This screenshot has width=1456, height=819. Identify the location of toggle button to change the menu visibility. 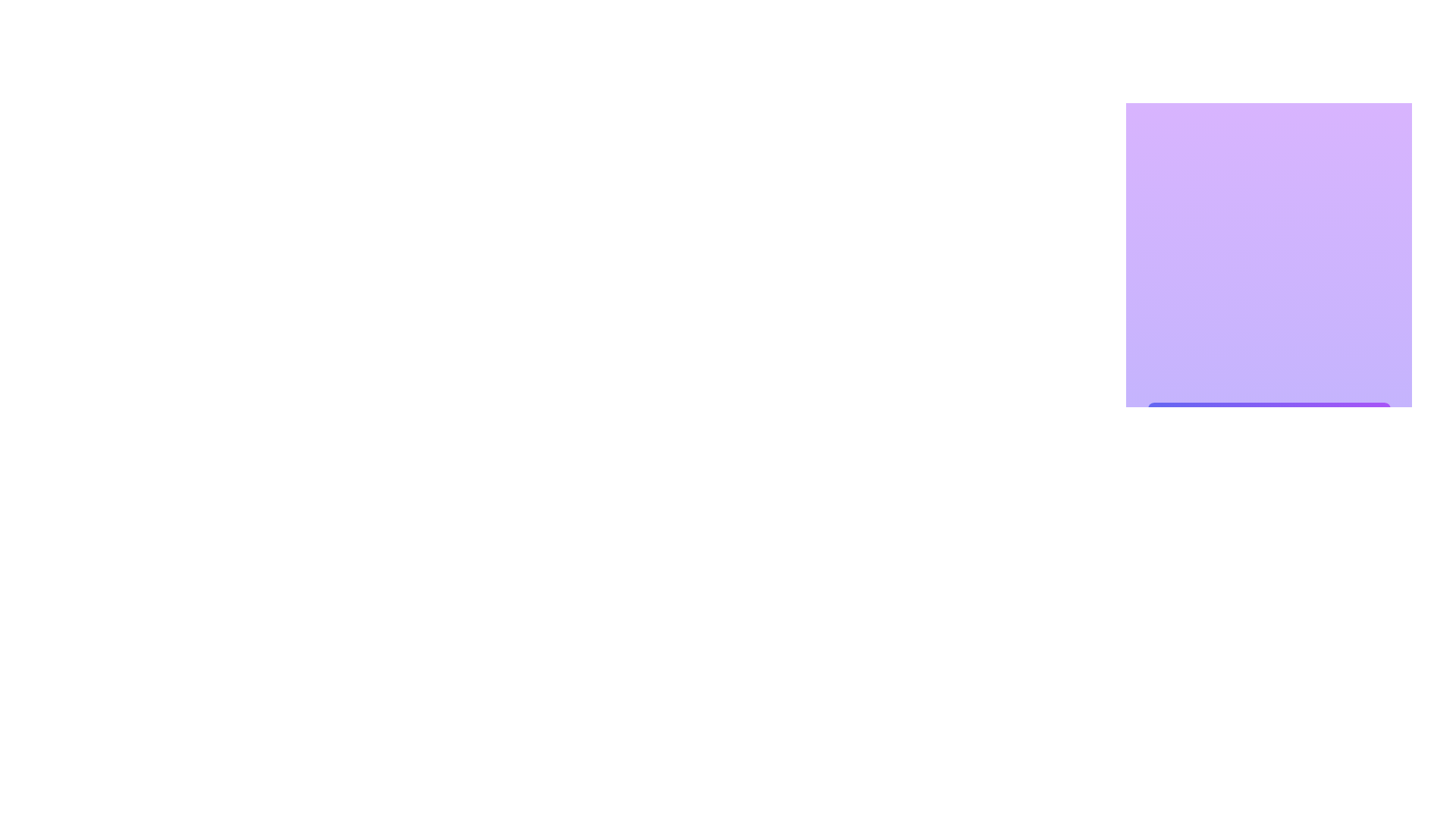
(1369, 425).